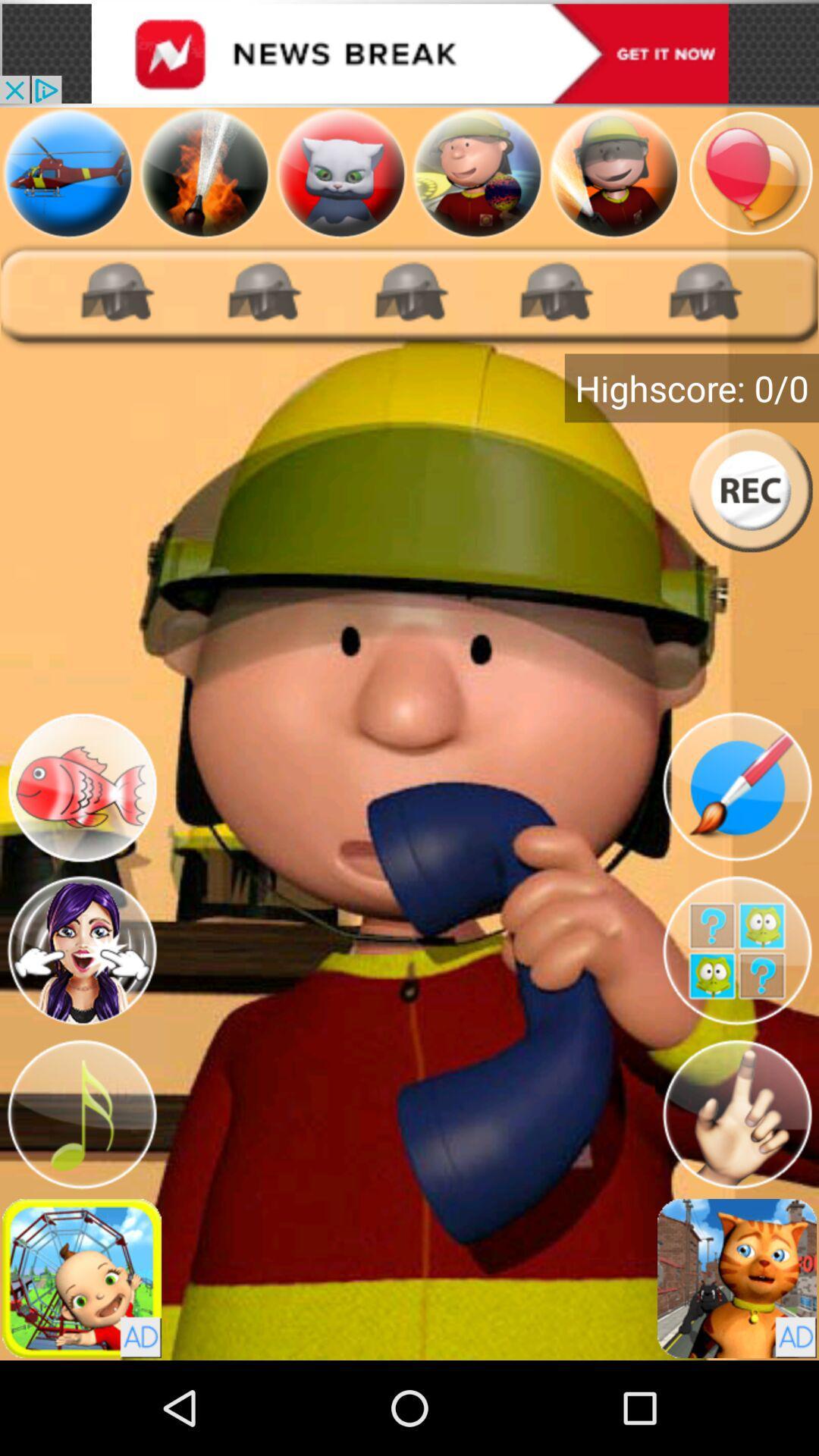 The height and width of the screenshot is (1456, 819). What do you see at coordinates (82, 949) in the screenshot?
I see `touch character 's face` at bounding box center [82, 949].